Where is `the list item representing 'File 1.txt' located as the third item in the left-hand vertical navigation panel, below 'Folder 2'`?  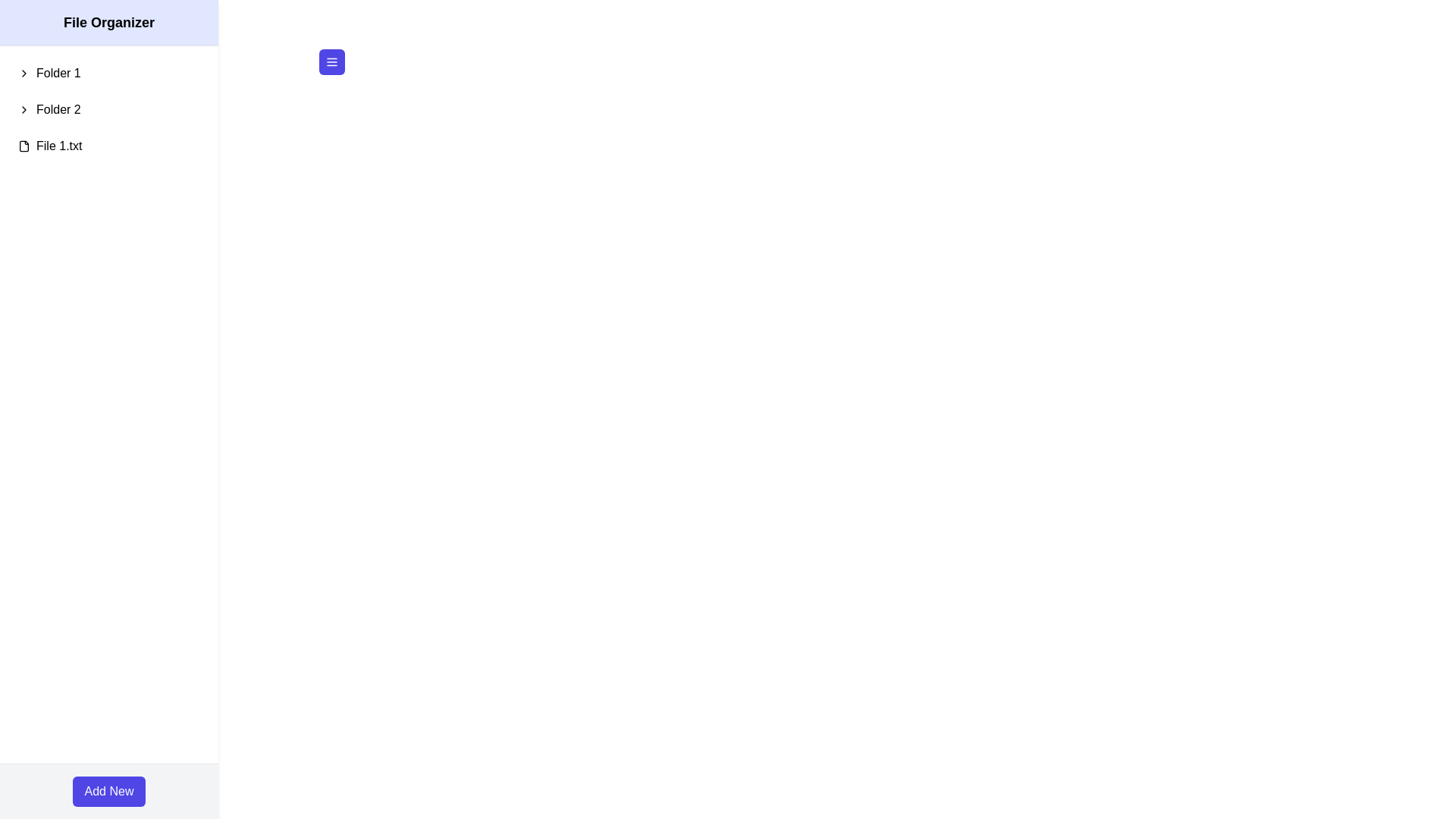
the list item representing 'File 1.txt' located as the third item in the left-hand vertical navigation panel, below 'Folder 2' is located at coordinates (108, 146).